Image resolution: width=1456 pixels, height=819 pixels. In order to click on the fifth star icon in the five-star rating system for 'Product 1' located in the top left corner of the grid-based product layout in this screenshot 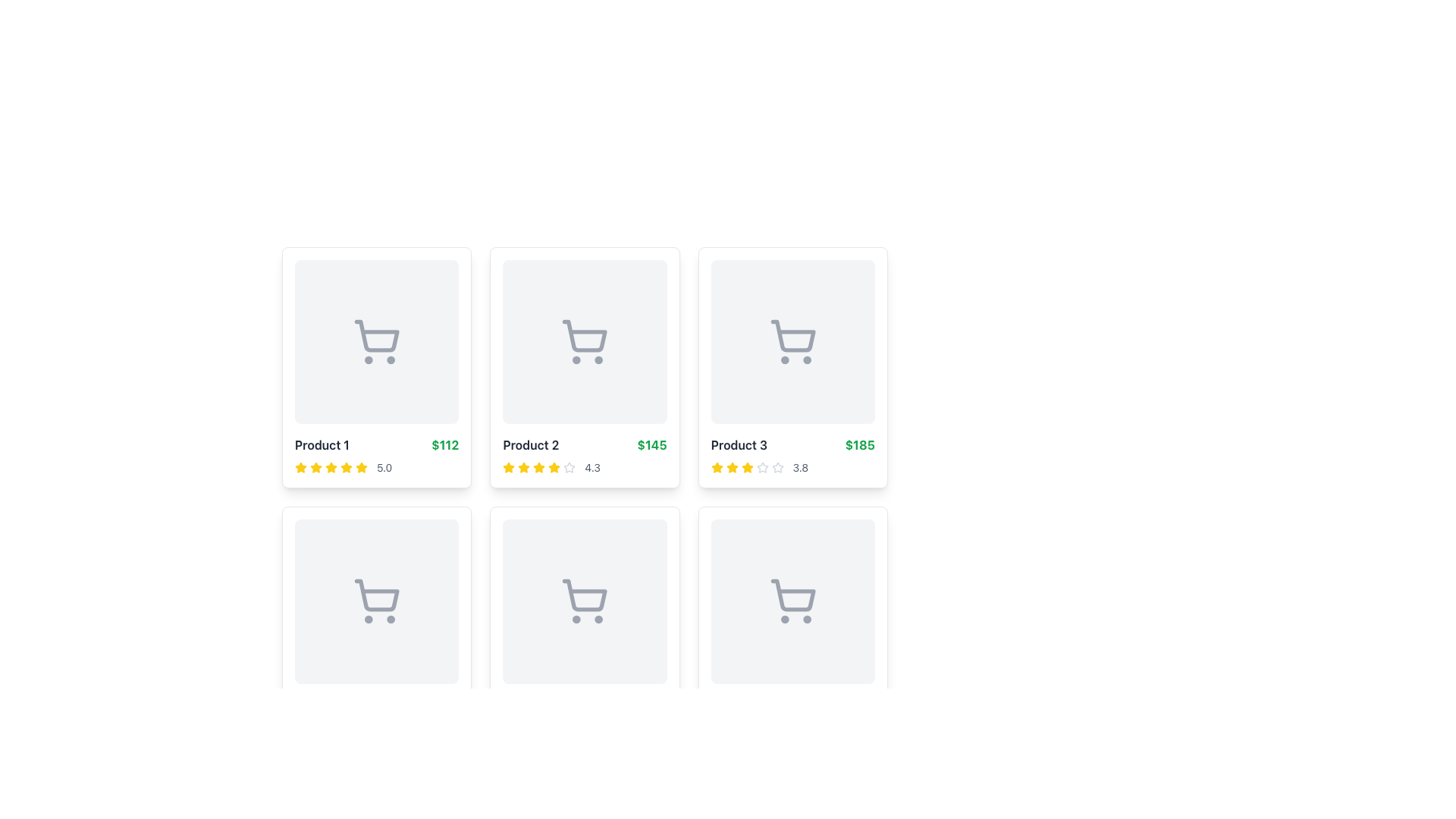, I will do `click(301, 467)`.